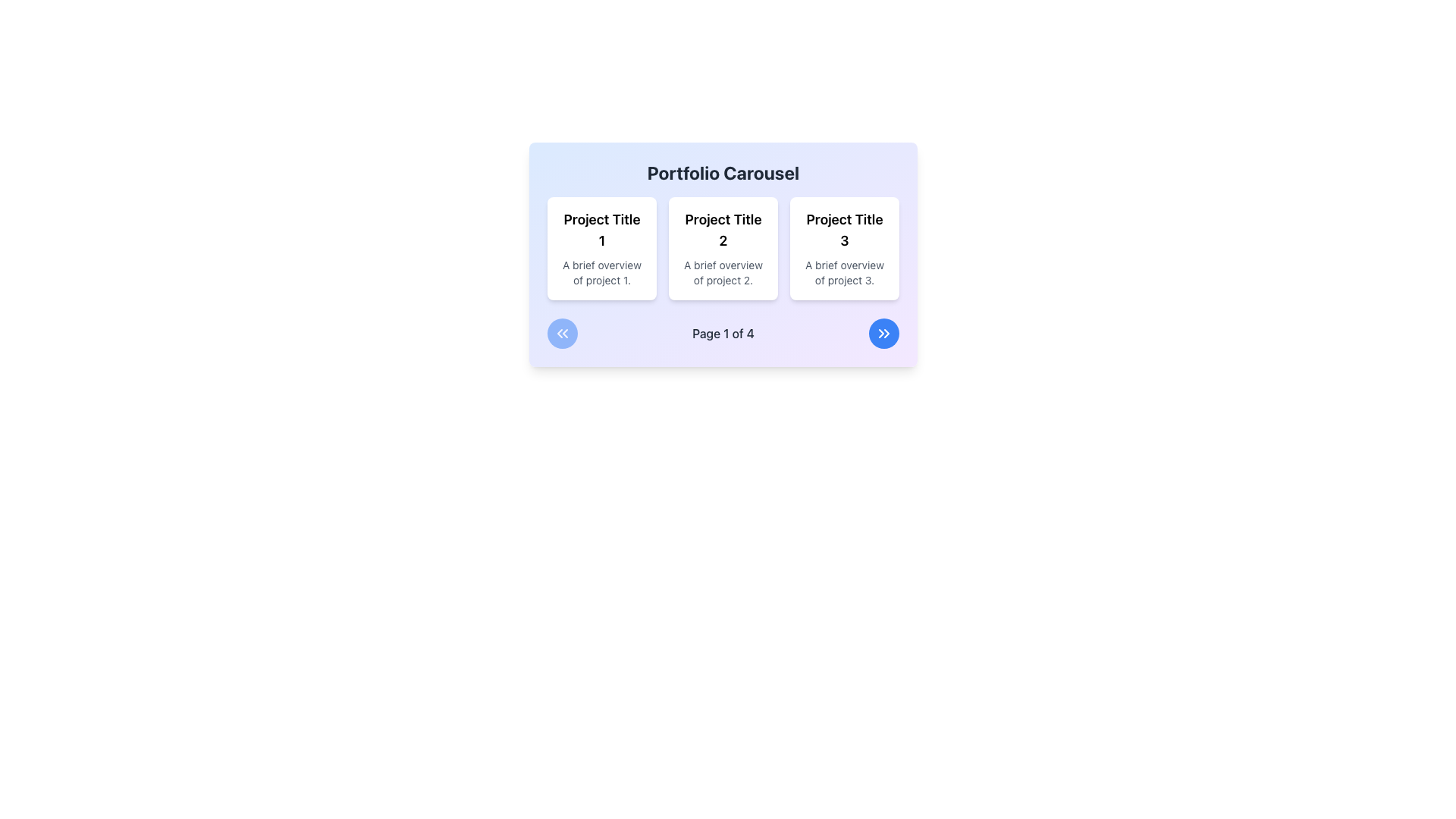 Image resolution: width=1456 pixels, height=819 pixels. Describe the element at coordinates (843, 271) in the screenshot. I see `the text element that reads 'A brief overview of project 3', styled with a smaller font size and gray color, located under the 'Project Title 3' heading in the third project card` at that location.